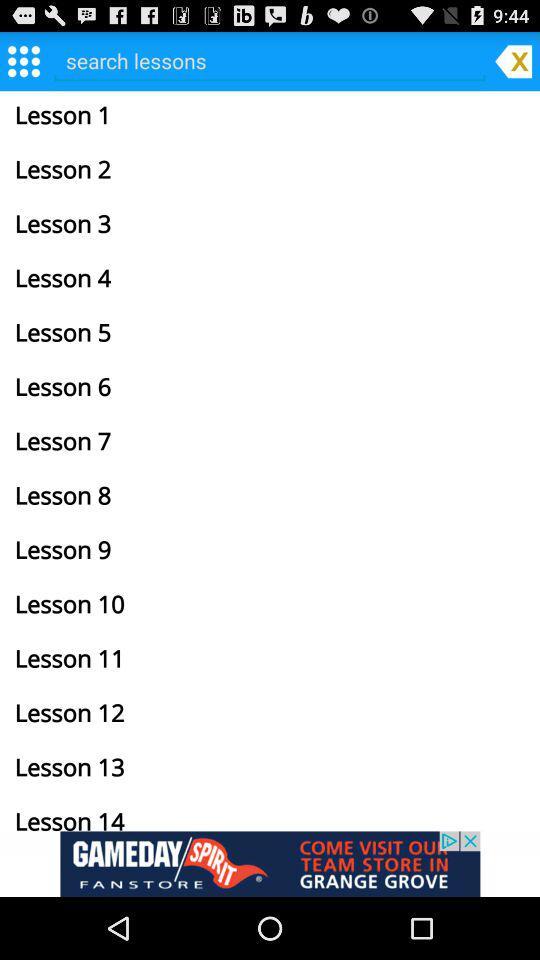 The image size is (540, 960). What do you see at coordinates (270, 59) in the screenshot?
I see `search for lessons` at bounding box center [270, 59].